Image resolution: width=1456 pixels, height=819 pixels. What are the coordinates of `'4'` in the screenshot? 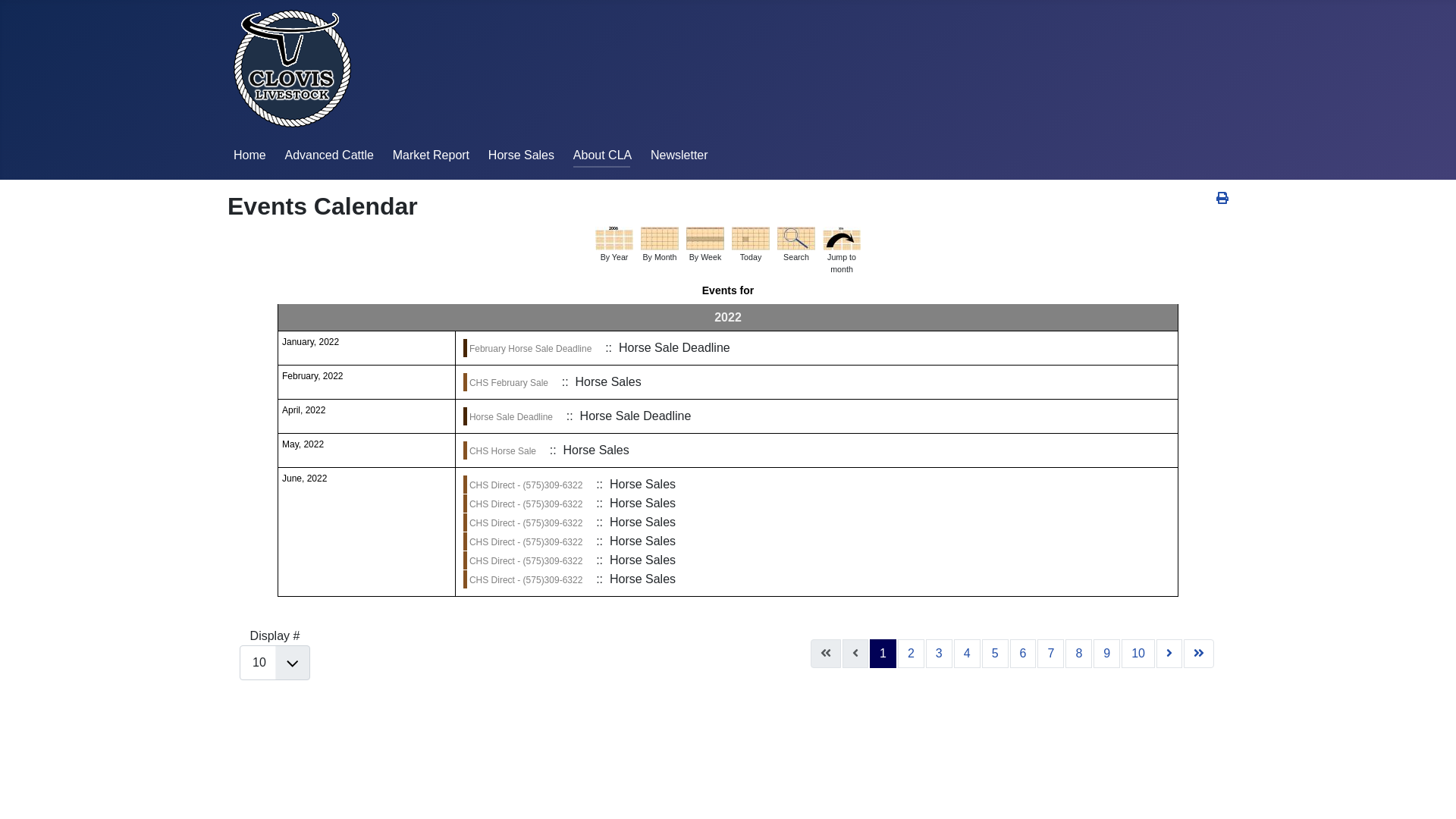 It's located at (966, 652).